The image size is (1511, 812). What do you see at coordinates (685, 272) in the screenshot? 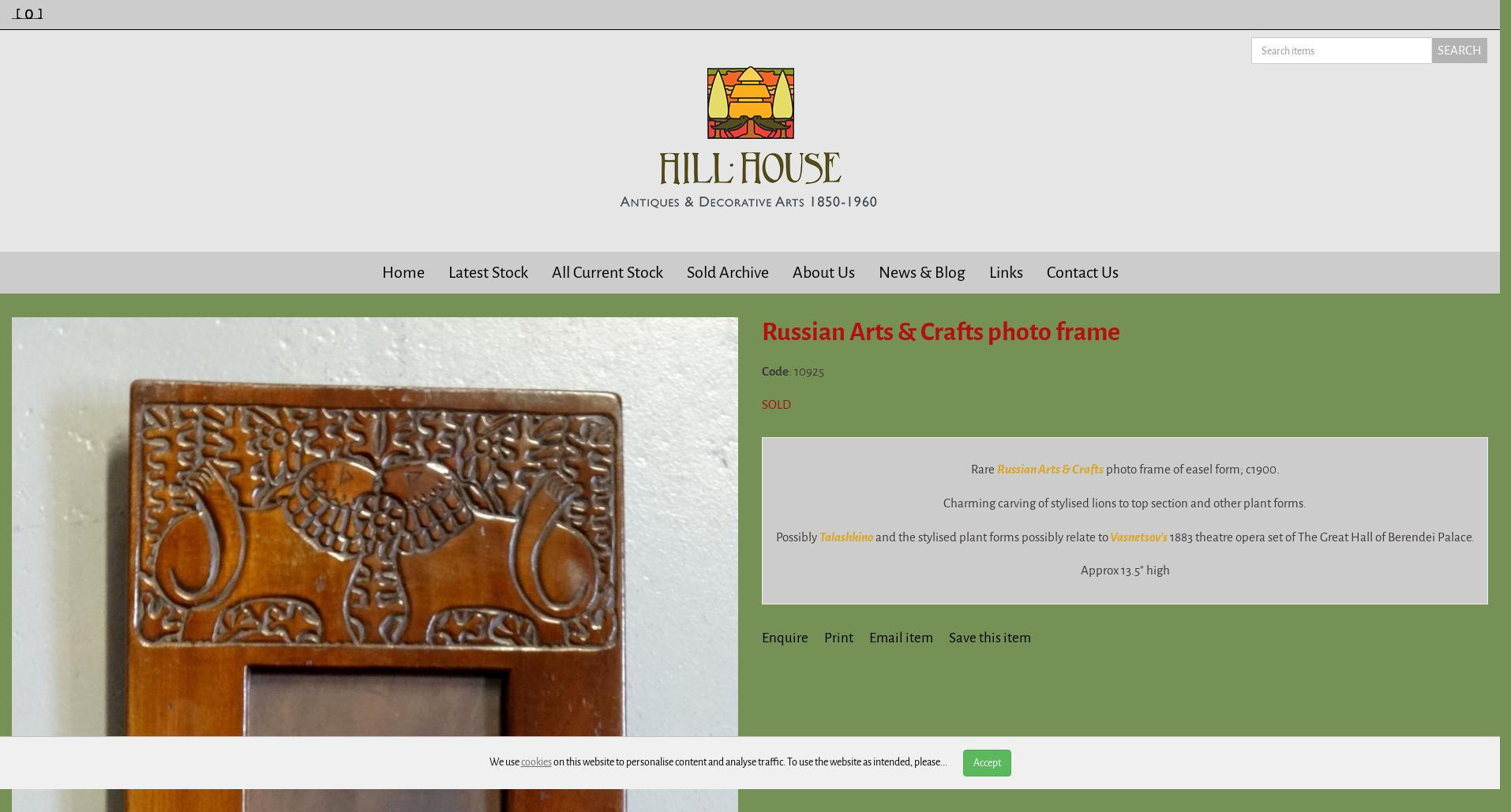
I see `'Sold Archive'` at bounding box center [685, 272].